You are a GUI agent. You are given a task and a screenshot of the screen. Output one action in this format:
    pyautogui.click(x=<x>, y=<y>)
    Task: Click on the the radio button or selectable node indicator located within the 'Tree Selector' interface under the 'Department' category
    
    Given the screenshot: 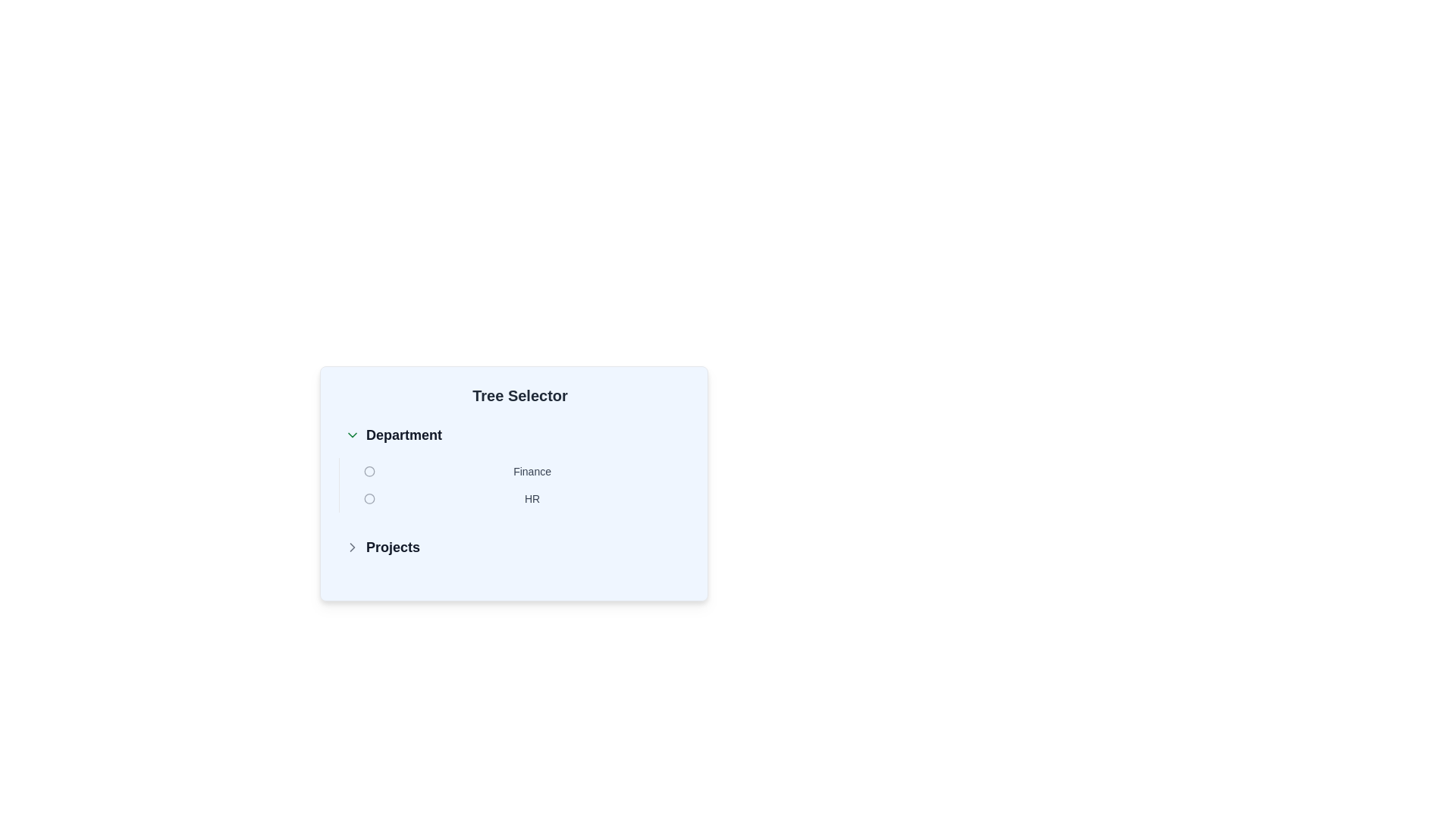 What is the action you would take?
    pyautogui.click(x=369, y=499)
    